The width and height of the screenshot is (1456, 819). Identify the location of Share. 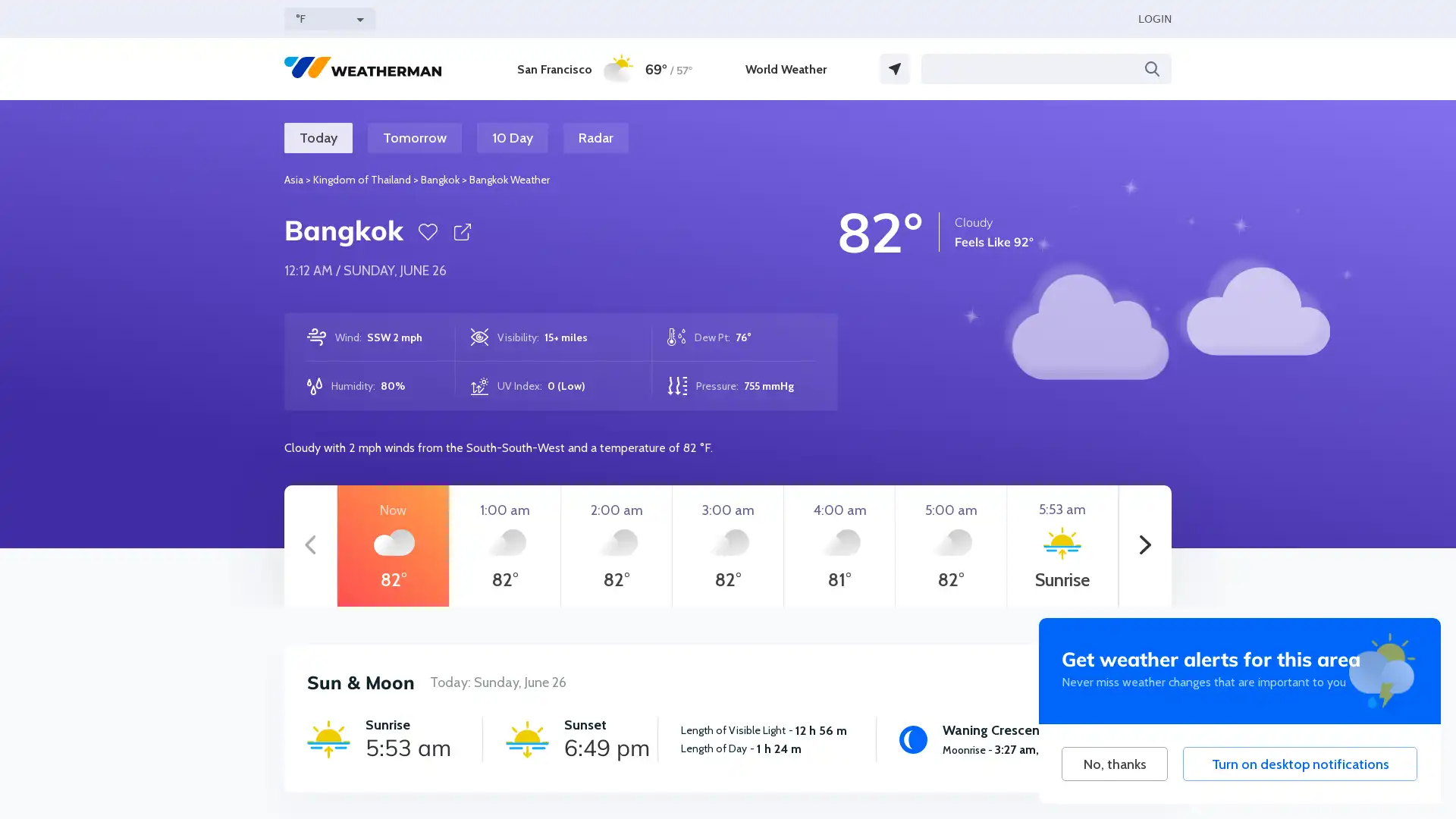
(461, 231).